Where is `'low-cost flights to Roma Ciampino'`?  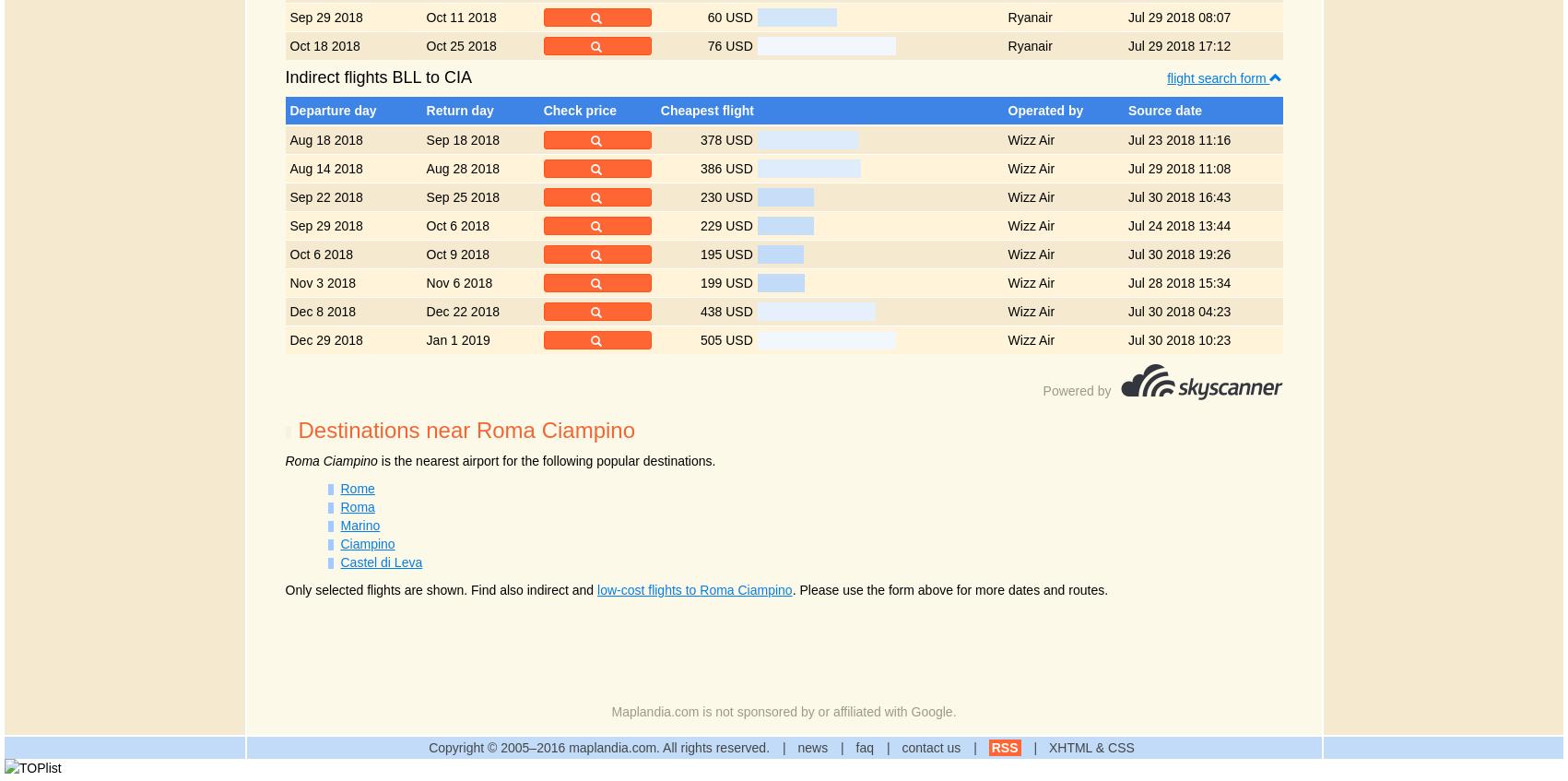 'low-cost flights to Roma Ciampino' is located at coordinates (694, 588).